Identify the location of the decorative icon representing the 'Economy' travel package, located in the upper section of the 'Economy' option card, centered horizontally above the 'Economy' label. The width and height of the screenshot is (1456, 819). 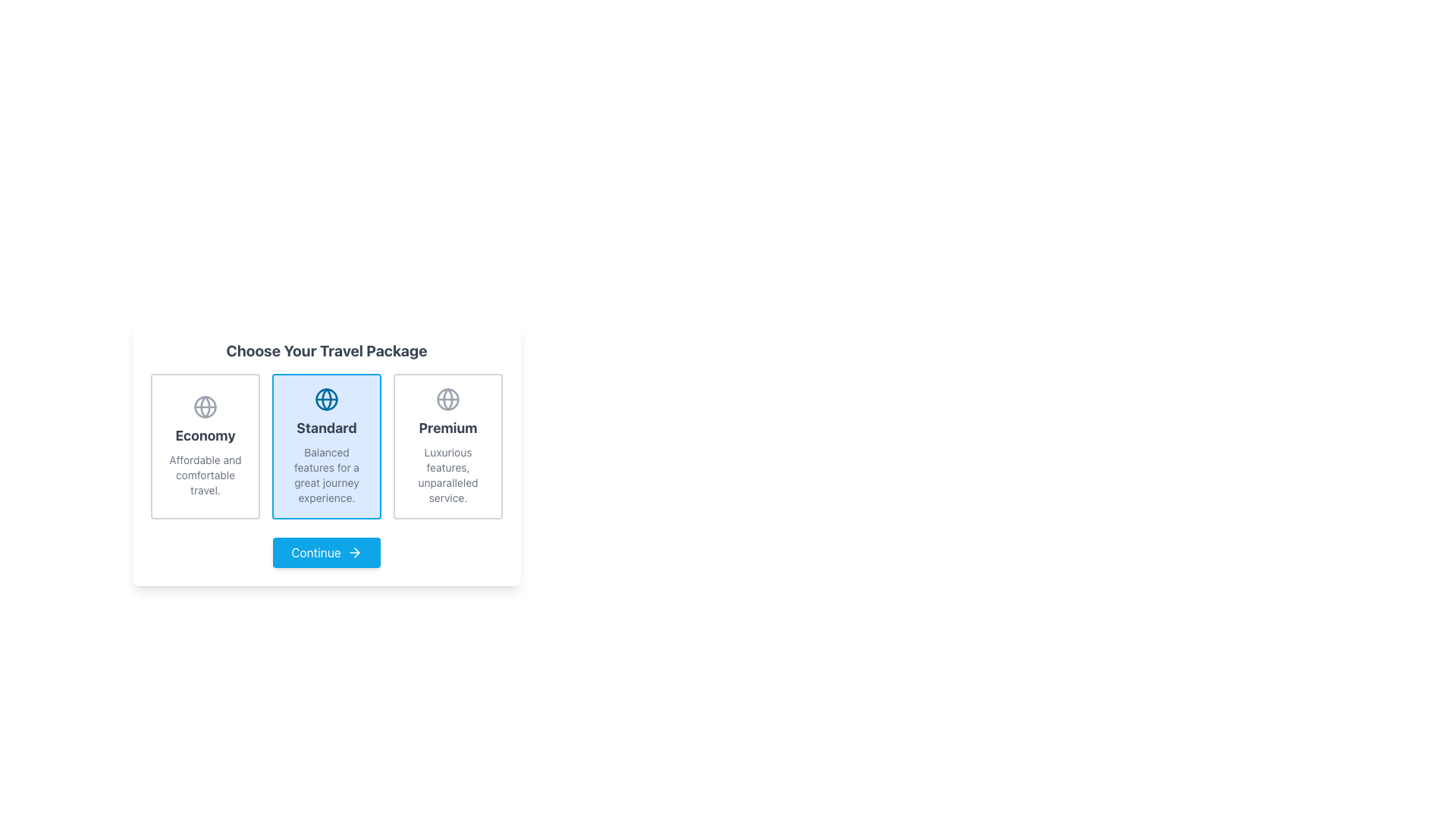
(204, 406).